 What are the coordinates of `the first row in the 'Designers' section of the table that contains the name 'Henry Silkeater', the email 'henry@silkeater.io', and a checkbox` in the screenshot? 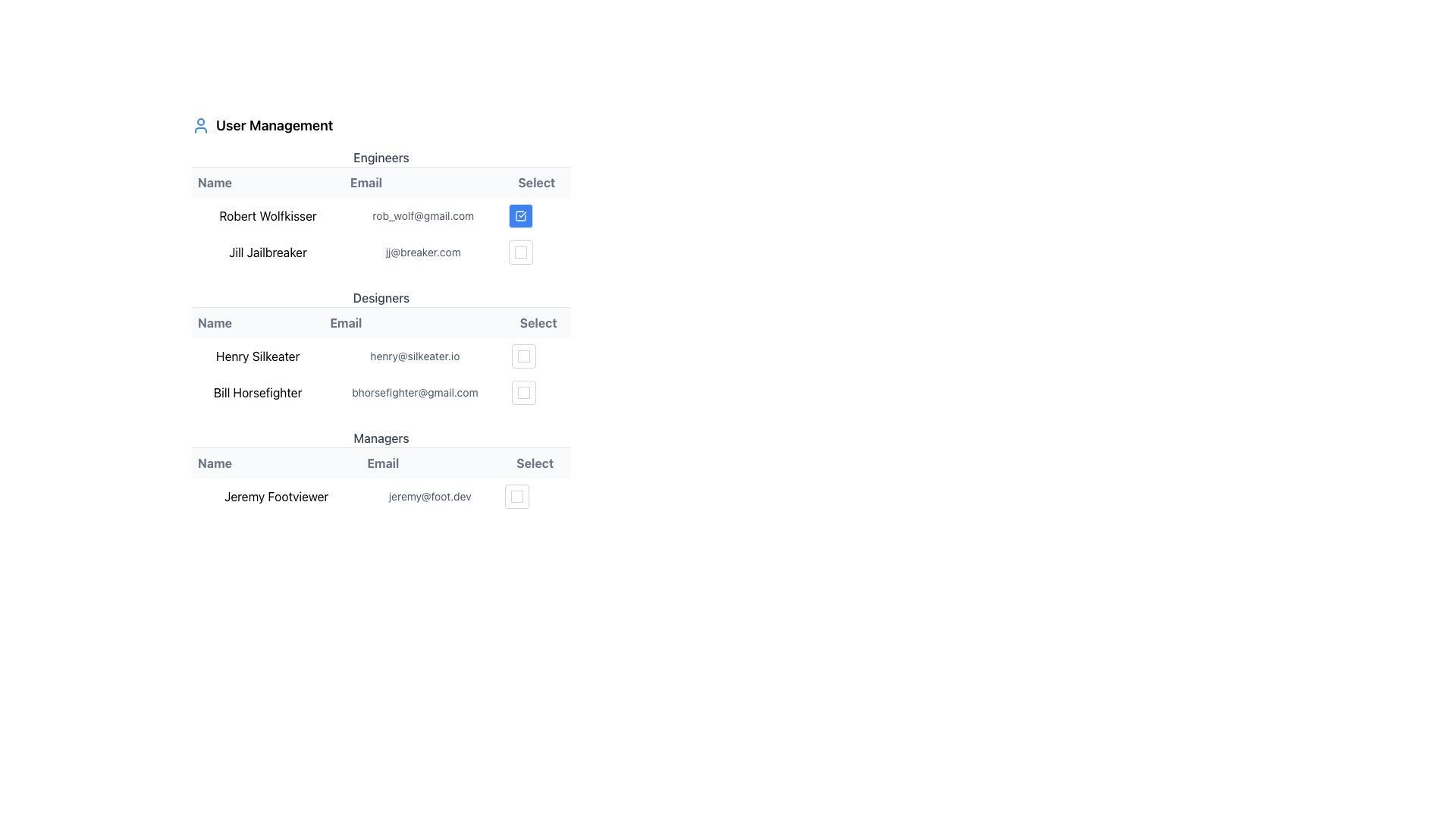 It's located at (381, 356).